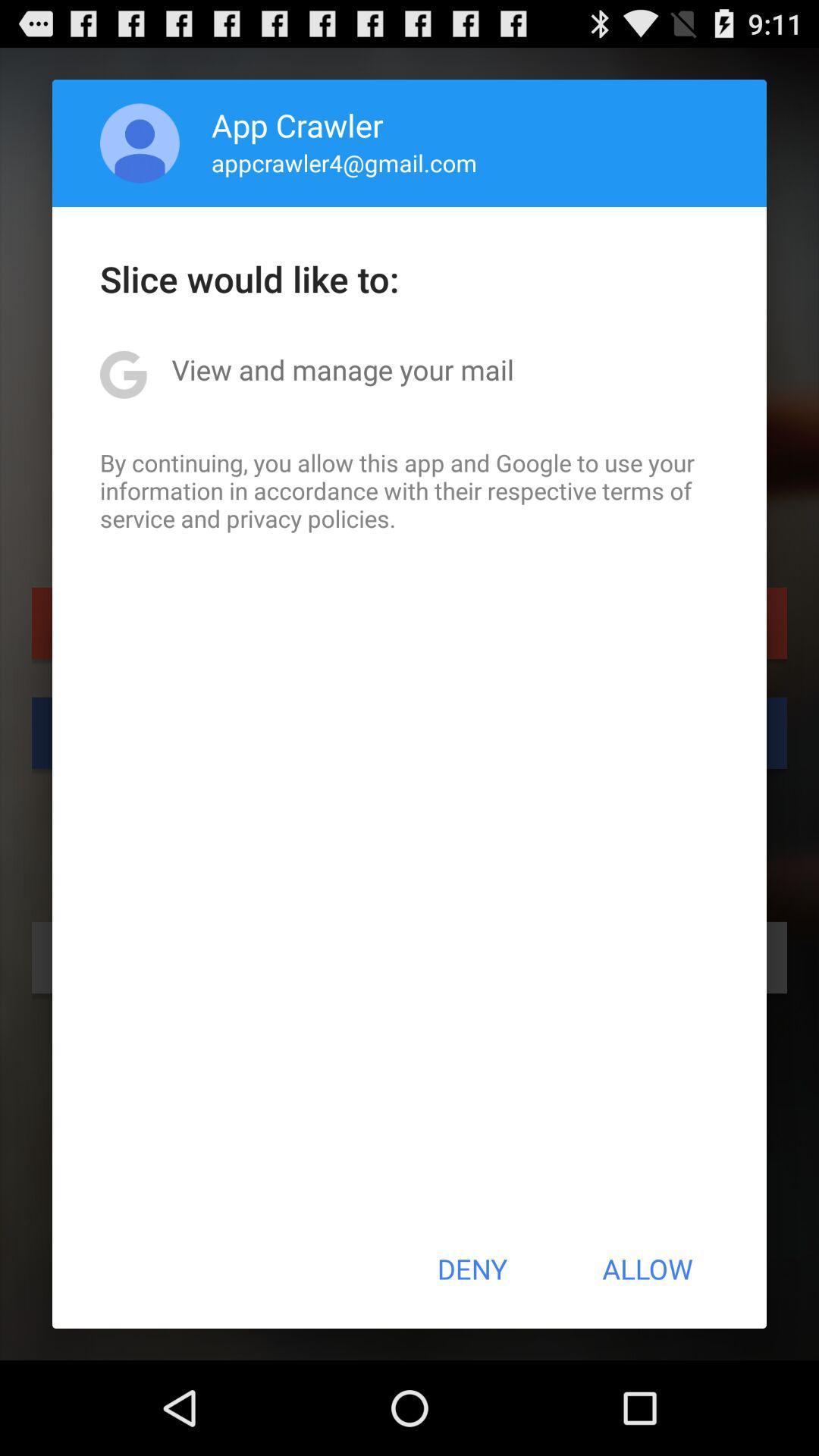  What do you see at coordinates (343, 369) in the screenshot?
I see `view and manage` at bounding box center [343, 369].